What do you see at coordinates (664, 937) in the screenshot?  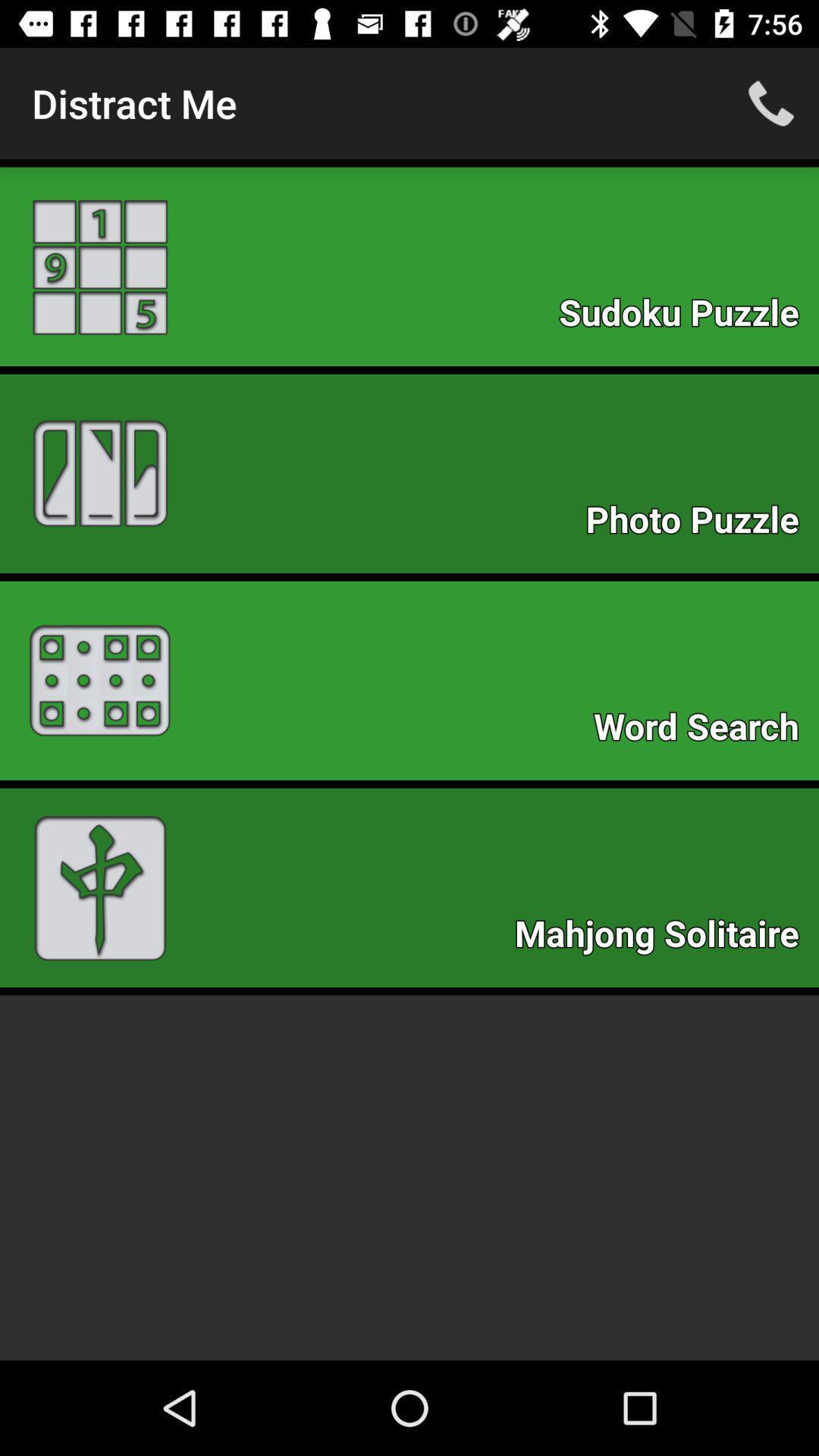 I see `icon below the word search item` at bounding box center [664, 937].